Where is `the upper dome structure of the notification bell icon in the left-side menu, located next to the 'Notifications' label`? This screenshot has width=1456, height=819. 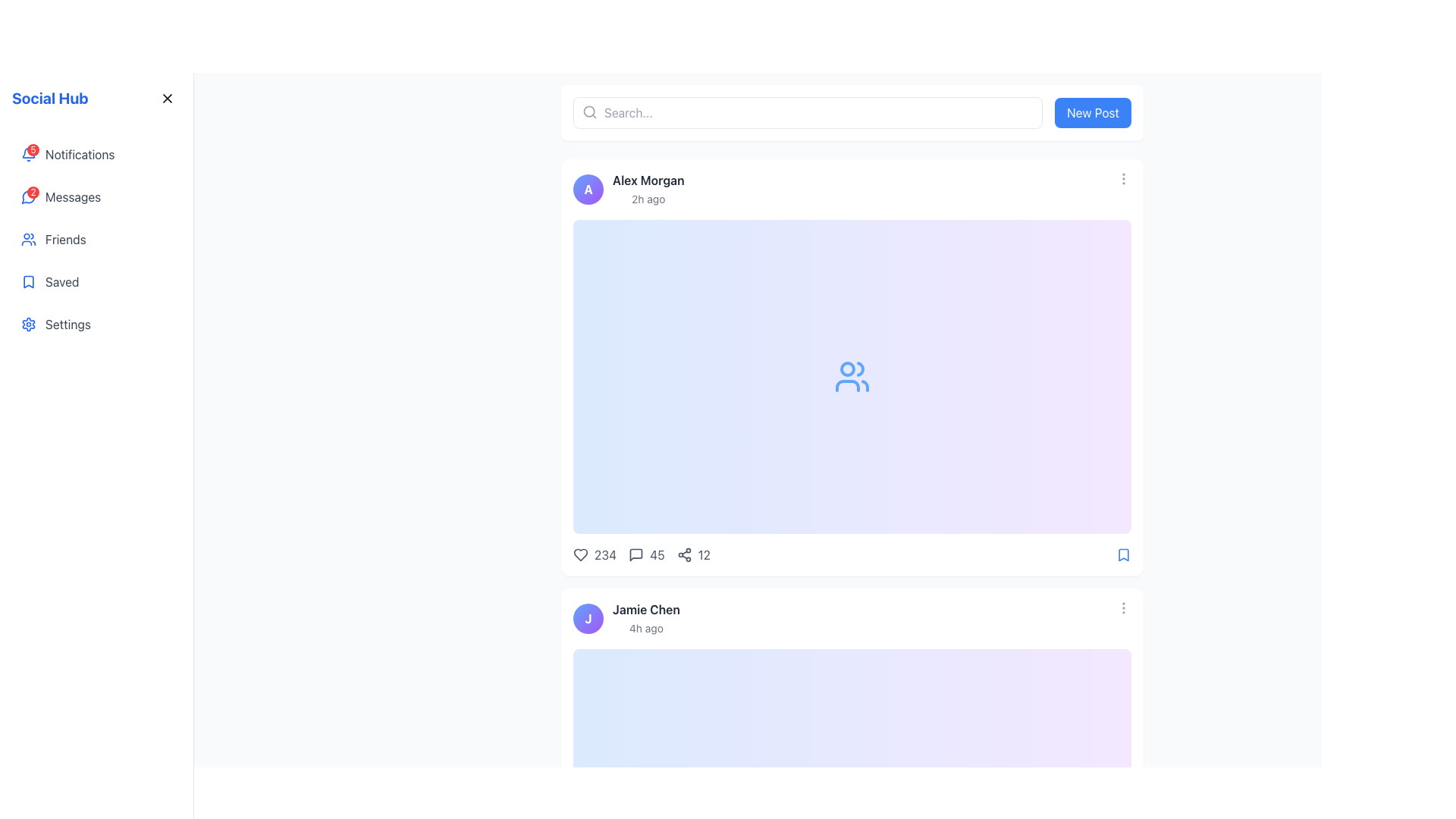 the upper dome structure of the notification bell icon in the left-side menu, located next to the 'Notifications' label is located at coordinates (29, 152).